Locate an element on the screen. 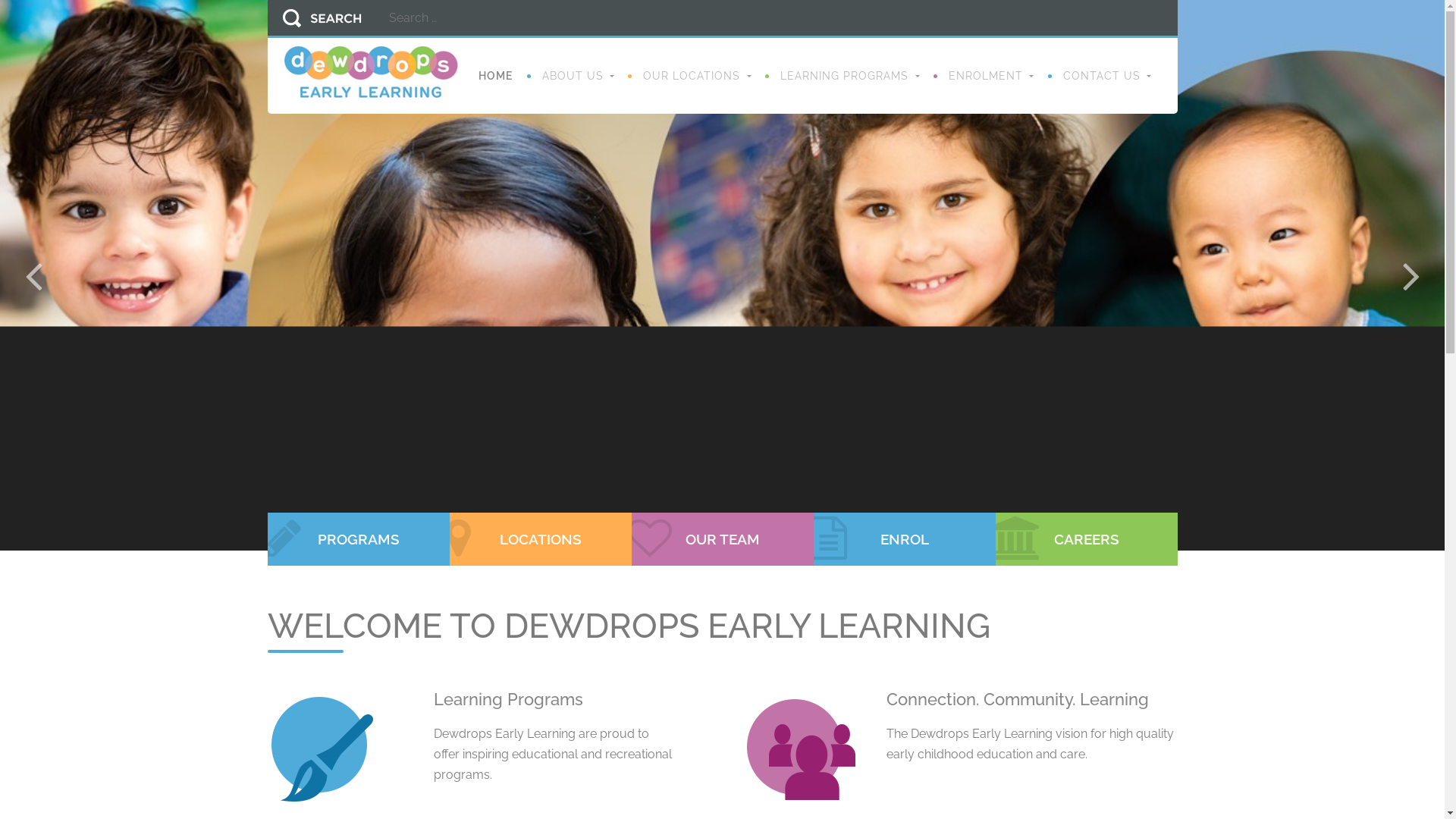  'OUR TEAM' is located at coordinates (630, 538).